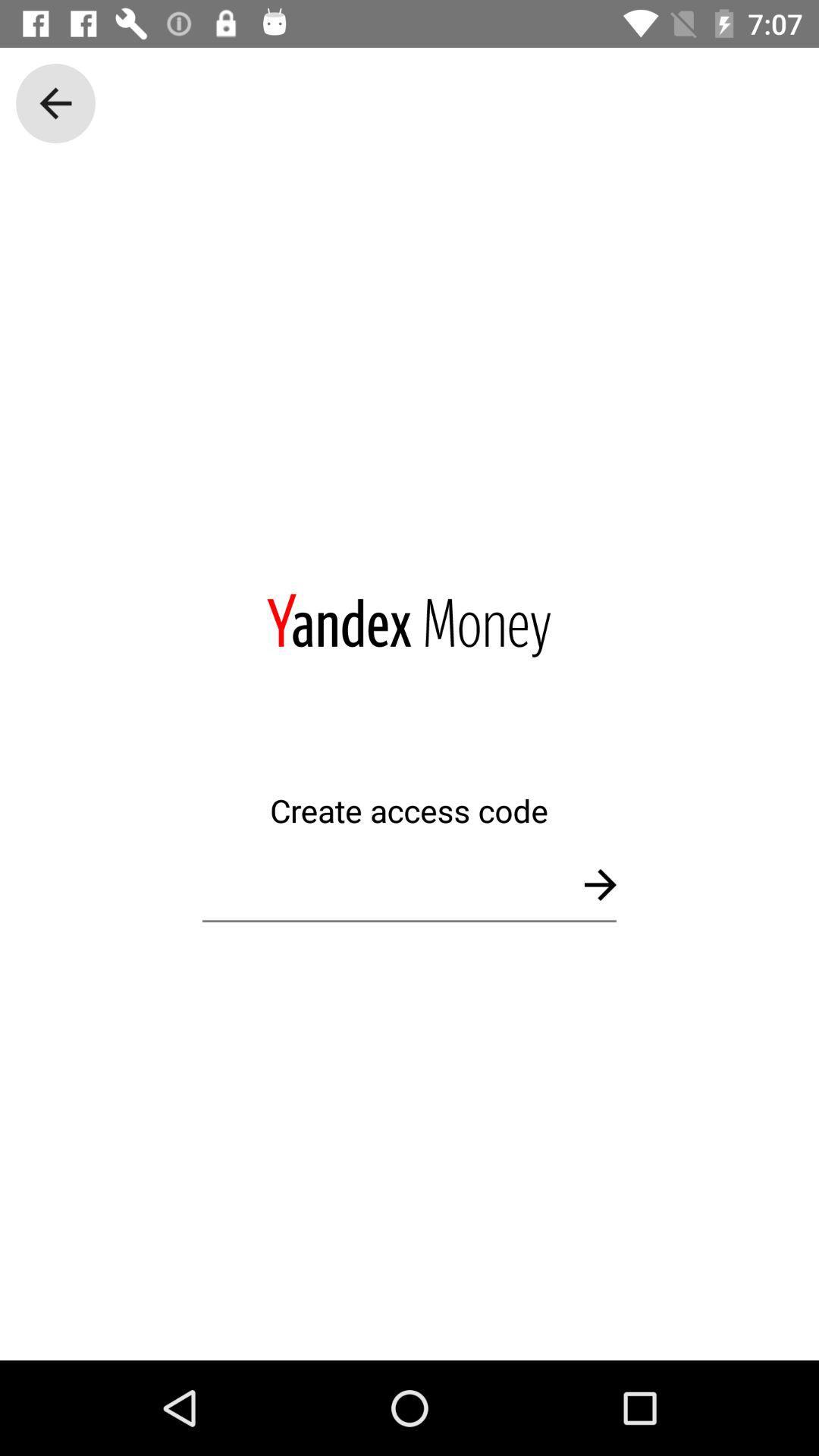 The height and width of the screenshot is (1456, 819). Describe the element at coordinates (409, 884) in the screenshot. I see `type access code` at that location.